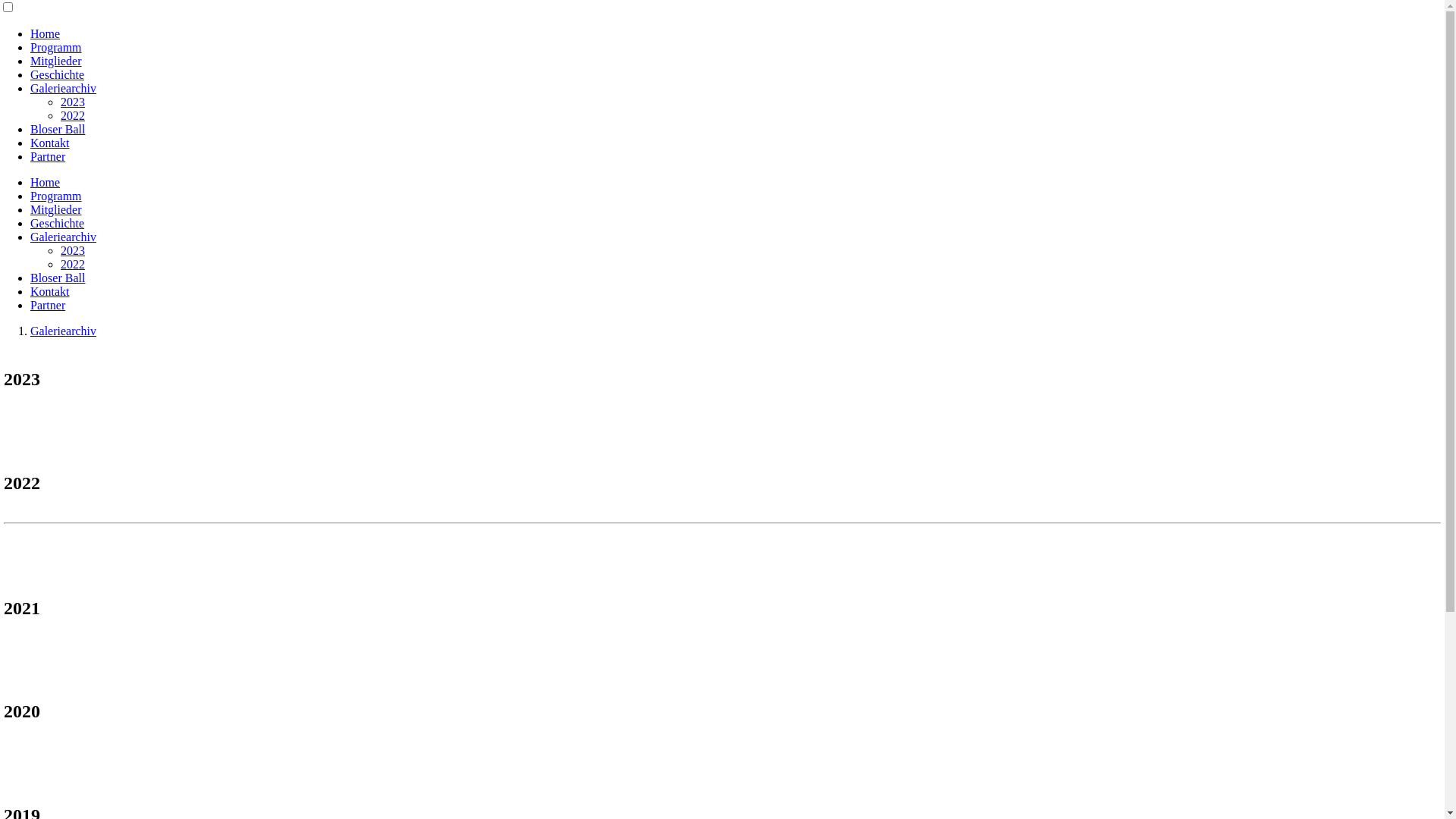 The image size is (1456, 819). Describe the element at coordinates (57, 223) in the screenshot. I see `'Geschichte'` at that location.